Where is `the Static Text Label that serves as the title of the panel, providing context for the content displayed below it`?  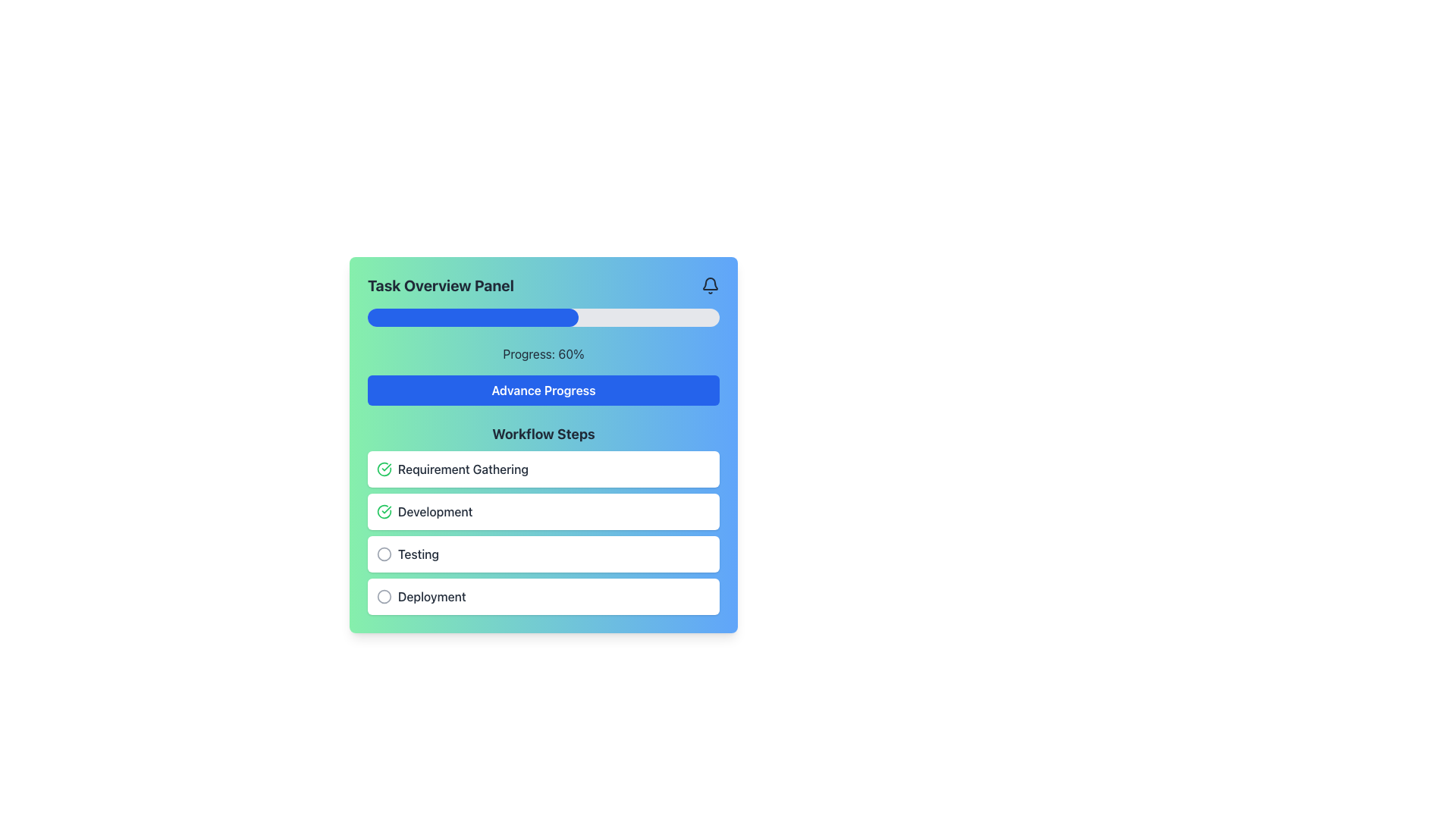
the Static Text Label that serves as the title of the panel, providing context for the content displayed below it is located at coordinates (440, 286).